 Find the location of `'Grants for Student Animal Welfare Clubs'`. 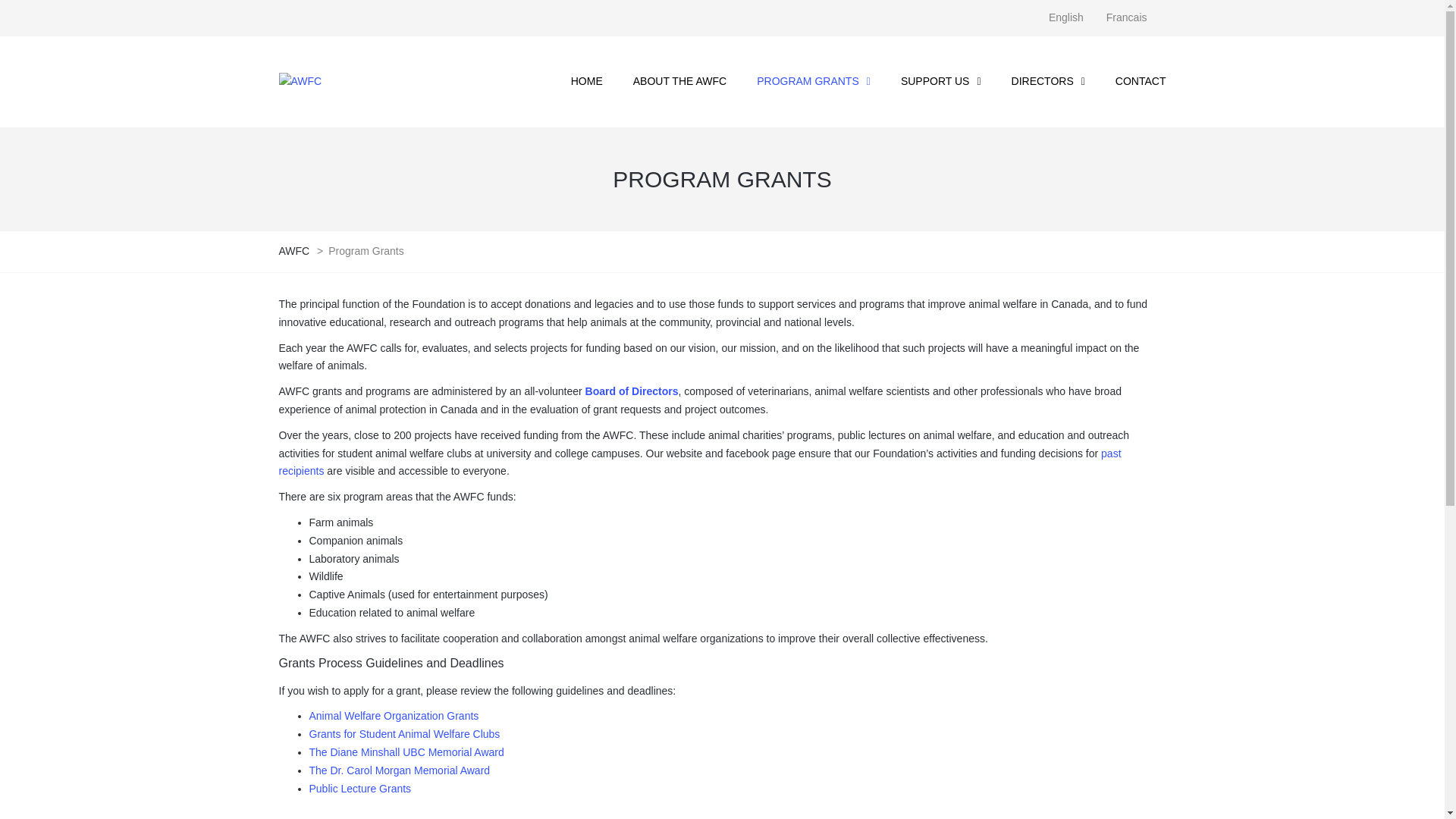

'Grants for Student Animal Welfare Clubs' is located at coordinates (404, 733).